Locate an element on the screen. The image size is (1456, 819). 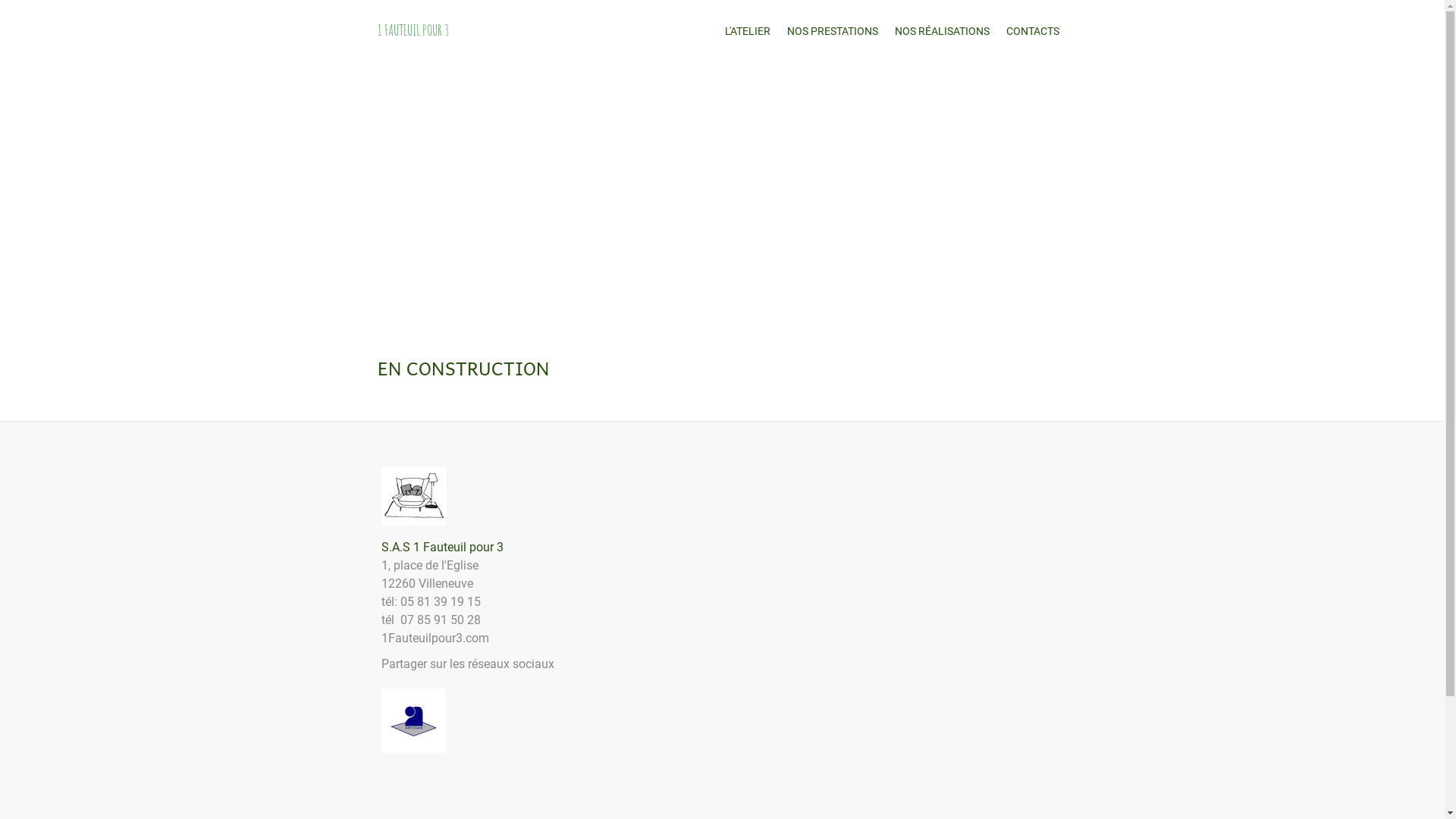
'L'ATELIER' is located at coordinates (746, 31).